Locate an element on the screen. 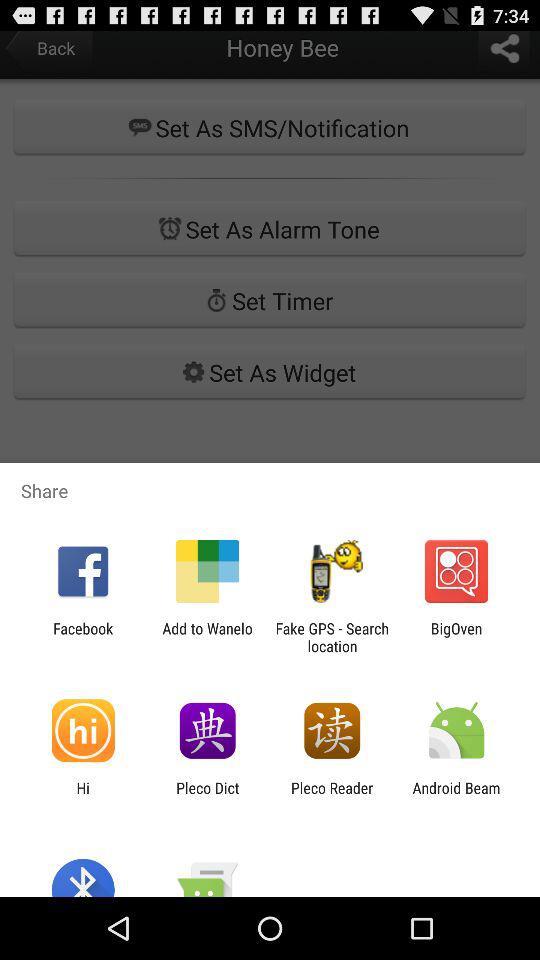  the icon next to android beam icon is located at coordinates (332, 796).